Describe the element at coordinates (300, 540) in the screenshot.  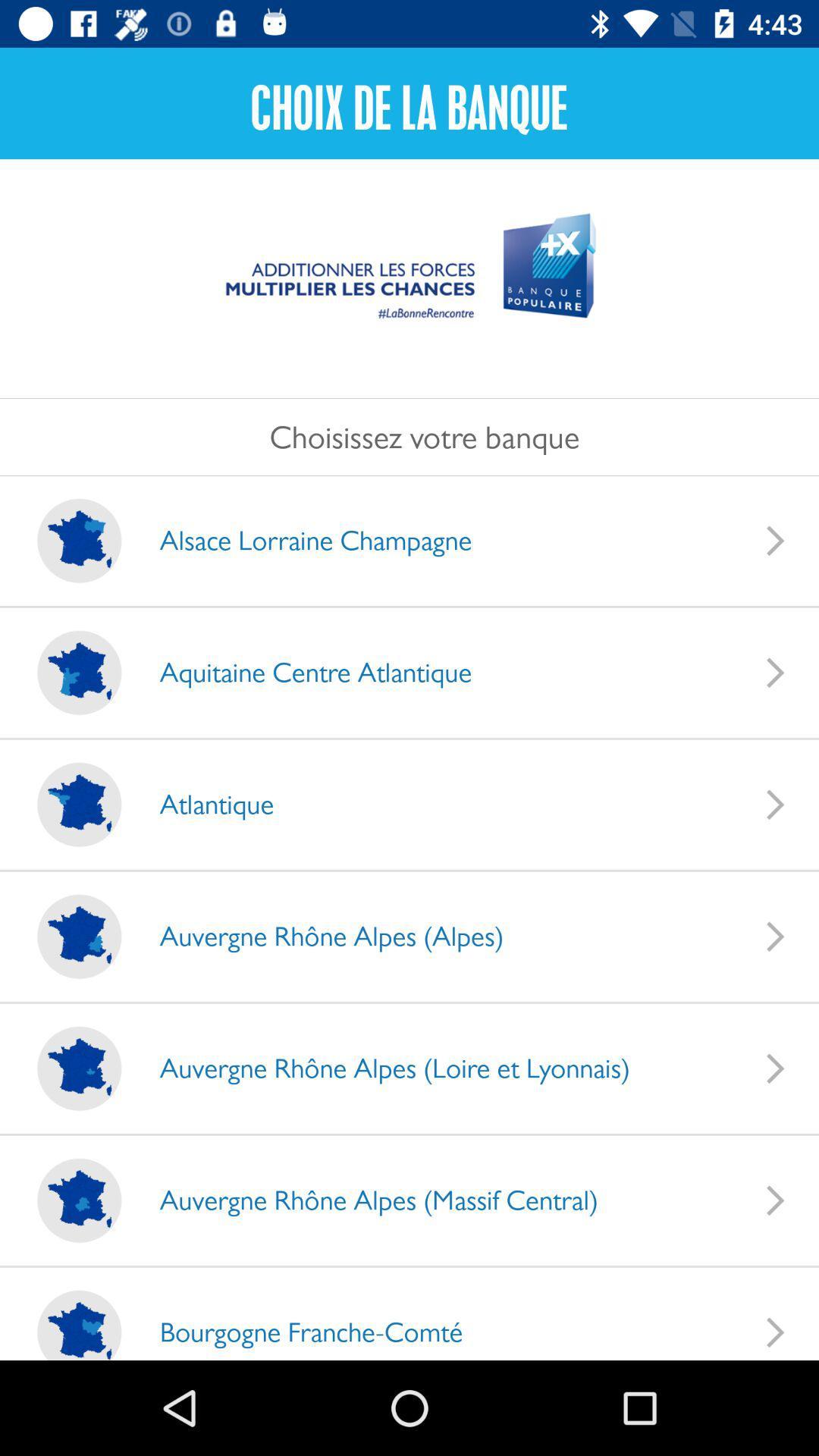
I see `the alsace lorraine champagne icon` at that location.